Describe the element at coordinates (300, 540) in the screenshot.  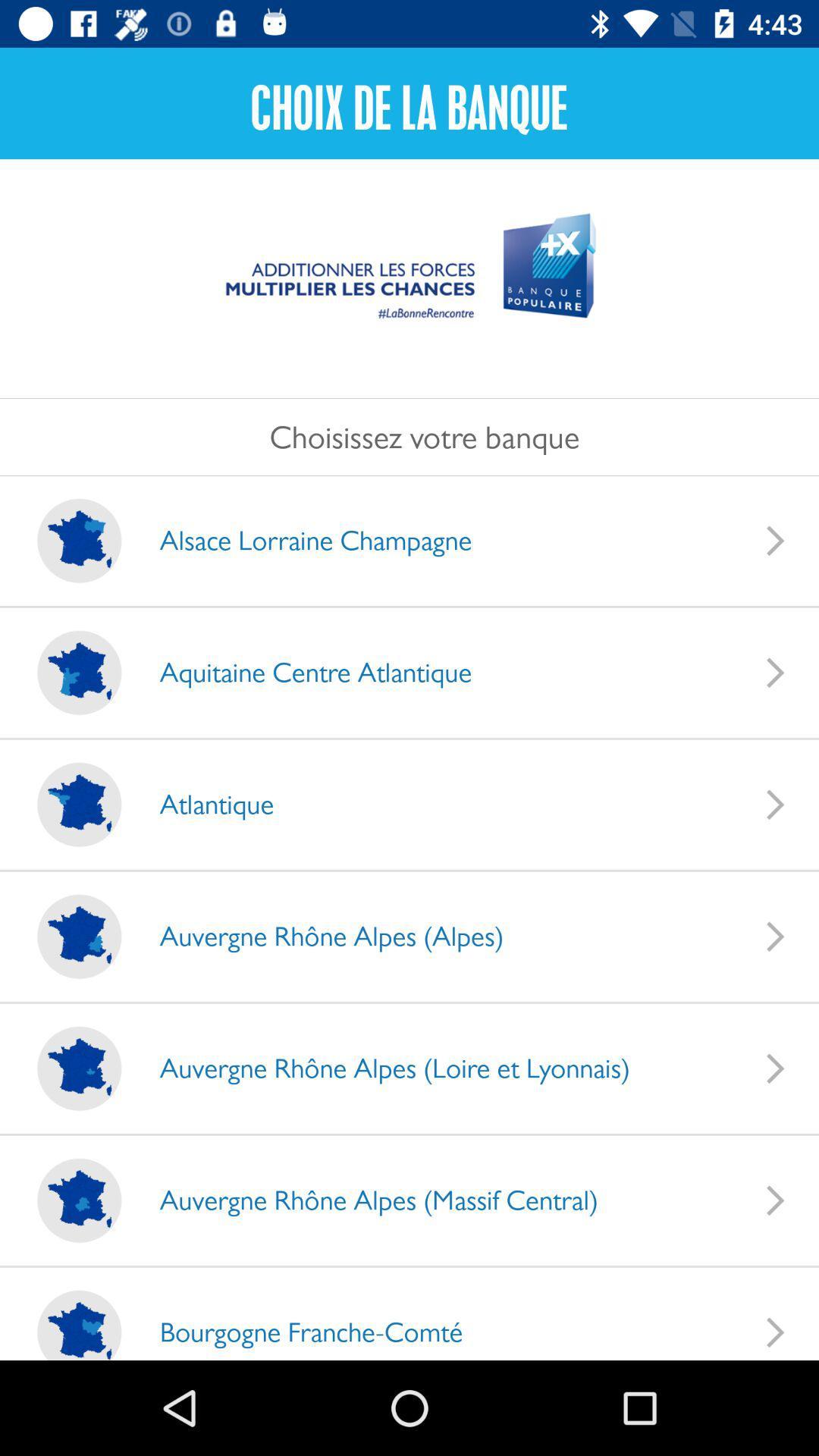
I see `the alsace lorraine champagne icon` at that location.